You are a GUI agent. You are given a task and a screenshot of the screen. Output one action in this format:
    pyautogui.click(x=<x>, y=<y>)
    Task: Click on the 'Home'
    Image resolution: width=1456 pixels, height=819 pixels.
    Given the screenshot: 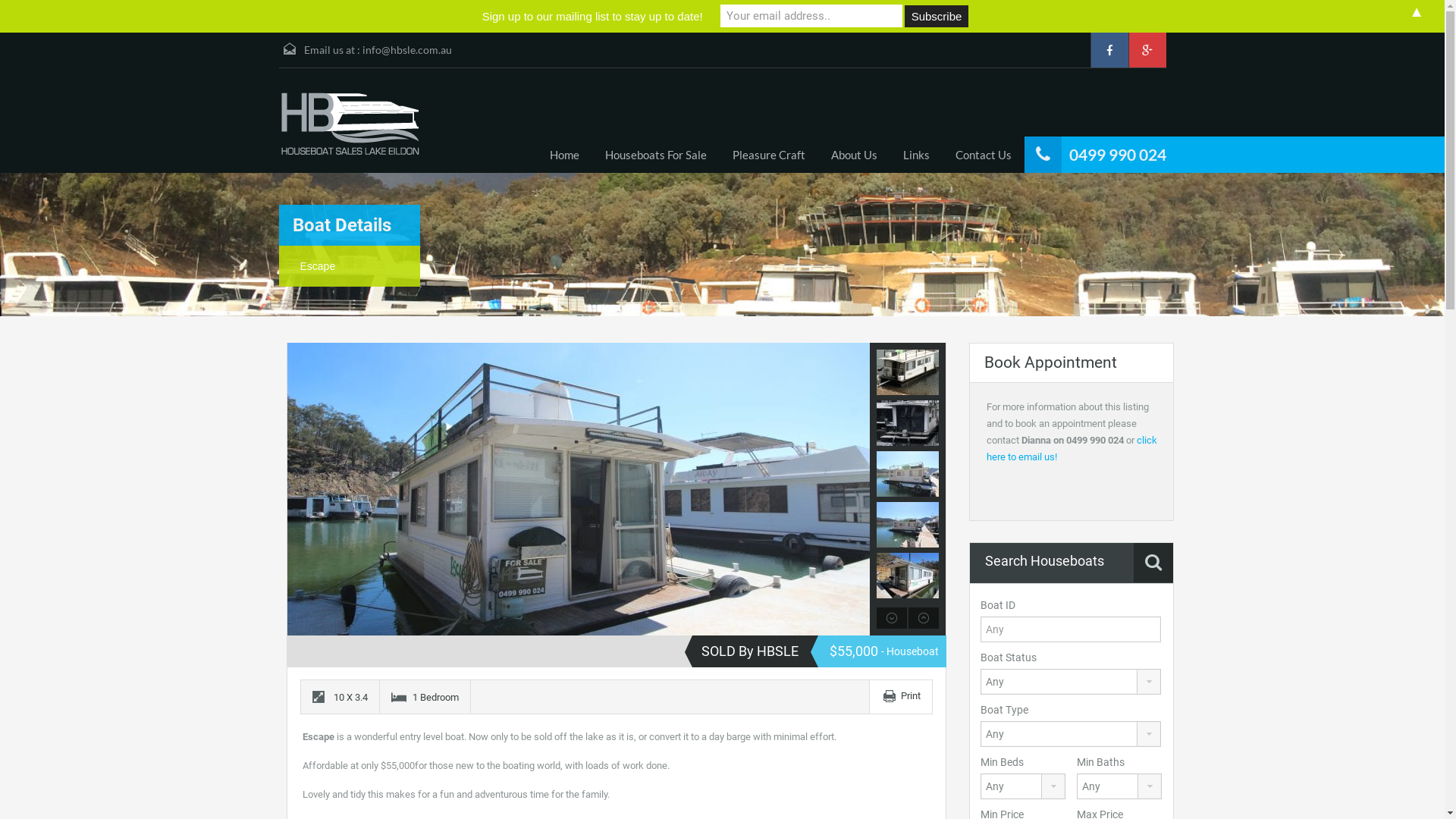 What is the action you would take?
    pyautogui.click(x=563, y=155)
    